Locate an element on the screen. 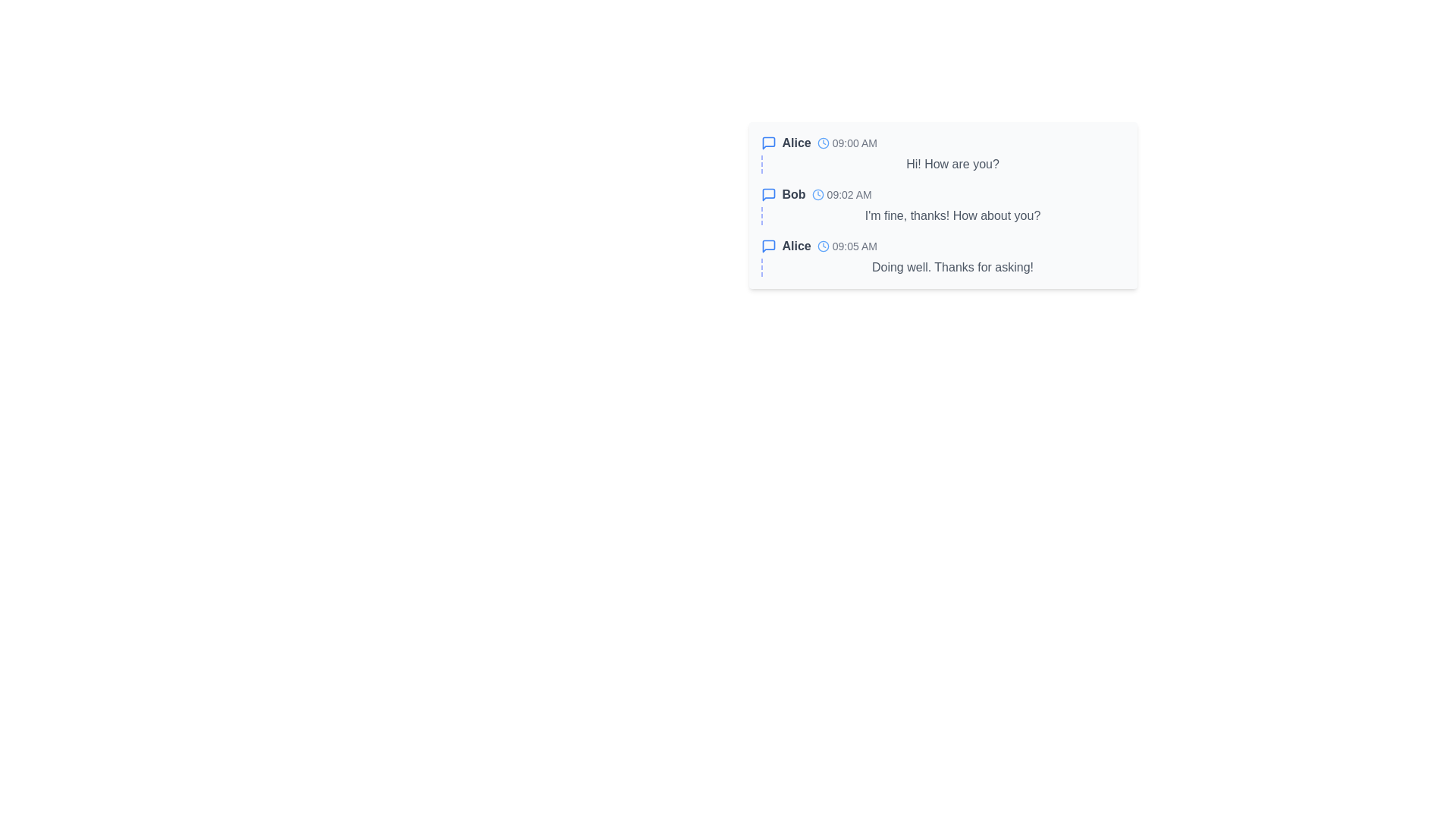 The image size is (1456, 819). the Circle in Clock Icon, which is part of the timestamp display for a chat message, located to the right of the sender's name and time in the first message of the chat list is located at coordinates (822, 143).